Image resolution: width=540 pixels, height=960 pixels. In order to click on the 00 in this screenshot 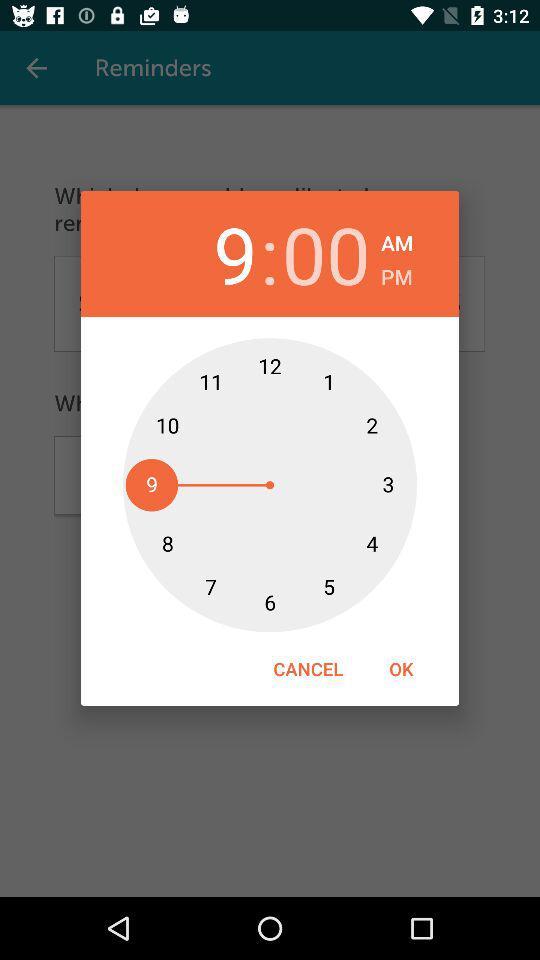, I will do `click(326, 253)`.